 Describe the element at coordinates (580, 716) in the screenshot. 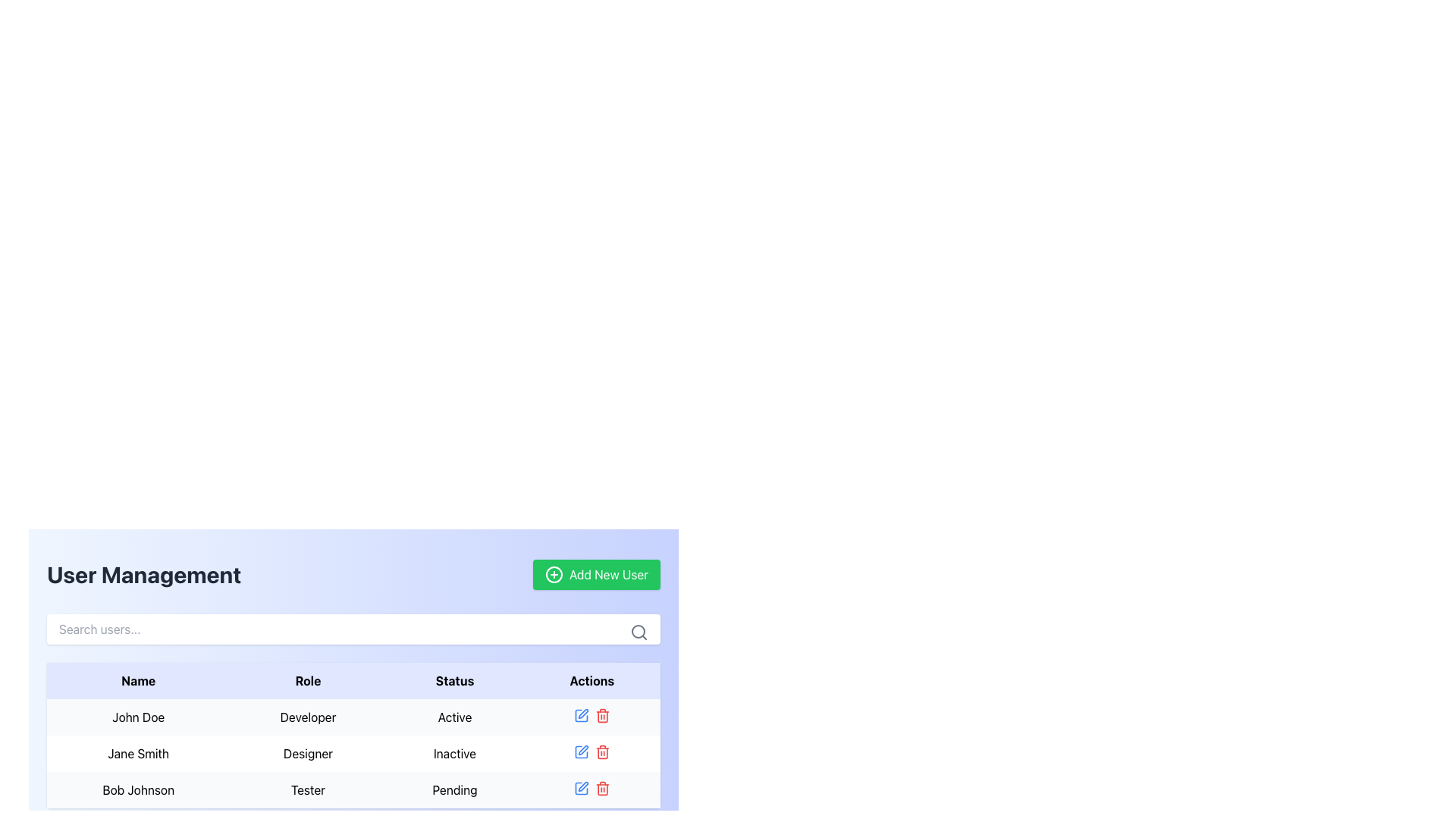

I see `the first icon button in the 'Actions' column of the first user entry in the table` at that location.